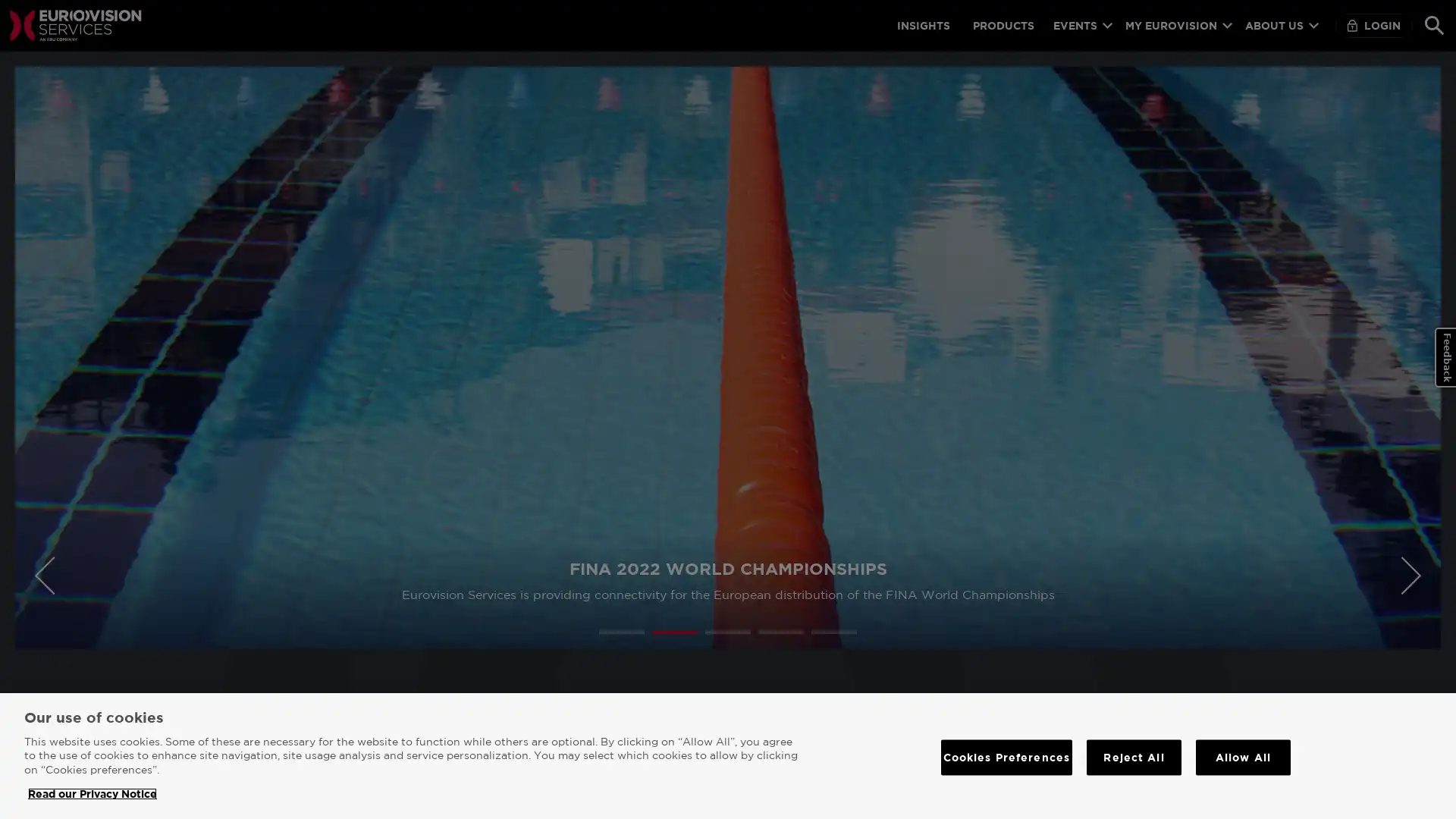 This screenshot has width=1456, height=819. What do you see at coordinates (833, 632) in the screenshot?
I see `Carousel Page 5` at bounding box center [833, 632].